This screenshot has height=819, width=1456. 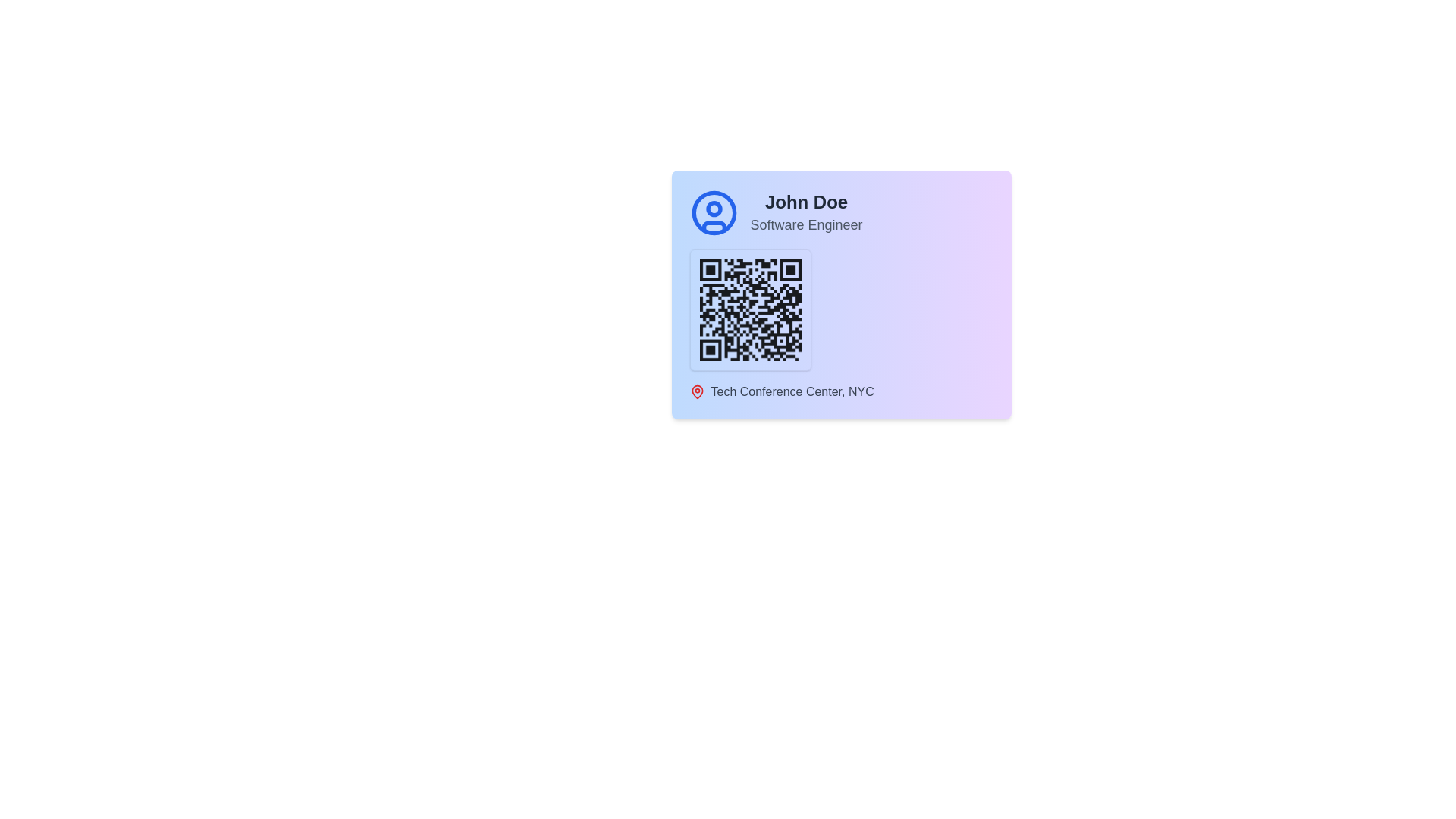 I want to click on the inner circular shape of the user profile icon, which is located in the upper-left section of the card, adjacent to the text 'John Doe, Software Engineer', so click(x=713, y=209).